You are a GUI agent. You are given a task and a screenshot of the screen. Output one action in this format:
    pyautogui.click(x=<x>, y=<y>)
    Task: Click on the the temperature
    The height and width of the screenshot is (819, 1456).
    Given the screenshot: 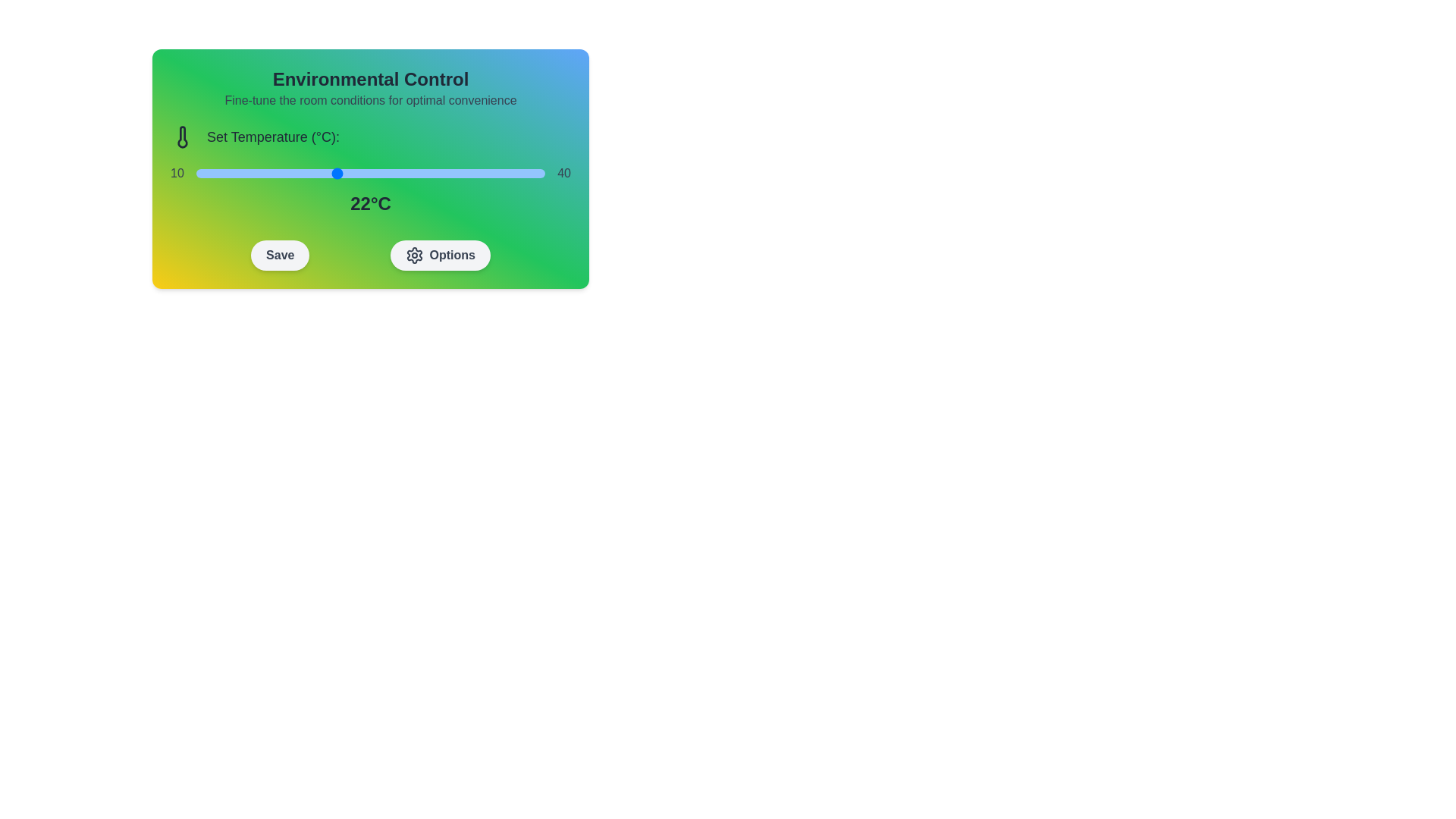 What is the action you would take?
    pyautogui.click(x=243, y=172)
    